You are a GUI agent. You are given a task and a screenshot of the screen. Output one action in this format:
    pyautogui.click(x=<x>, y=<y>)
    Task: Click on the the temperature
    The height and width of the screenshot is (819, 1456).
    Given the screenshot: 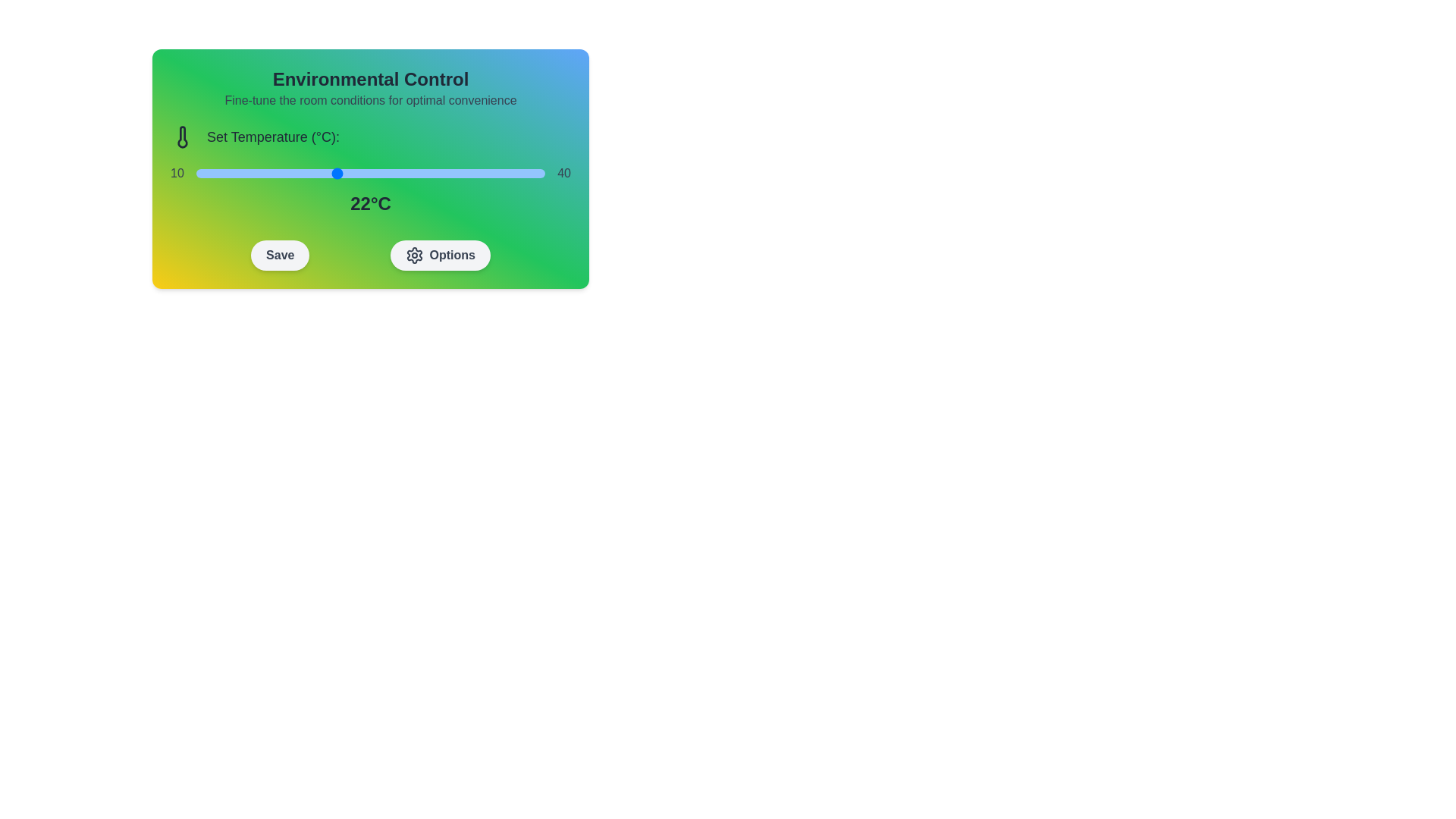 What is the action you would take?
    pyautogui.click(x=243, y=172)
    